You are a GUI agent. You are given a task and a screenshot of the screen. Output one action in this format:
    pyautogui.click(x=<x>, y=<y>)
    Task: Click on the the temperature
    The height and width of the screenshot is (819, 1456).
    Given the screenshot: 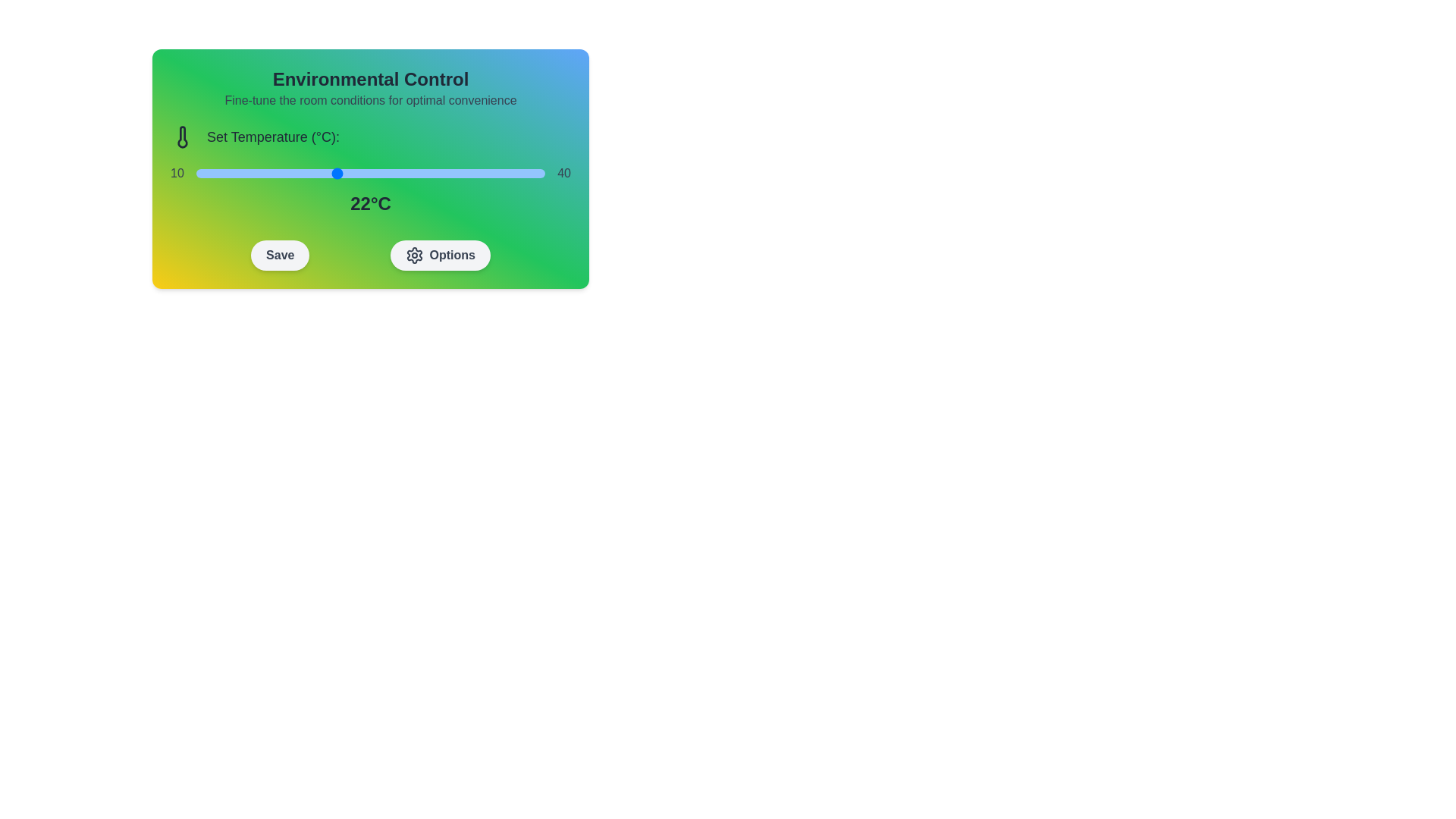 What is the action you would take?
    pyautogui.click(x=243, y=172)
    